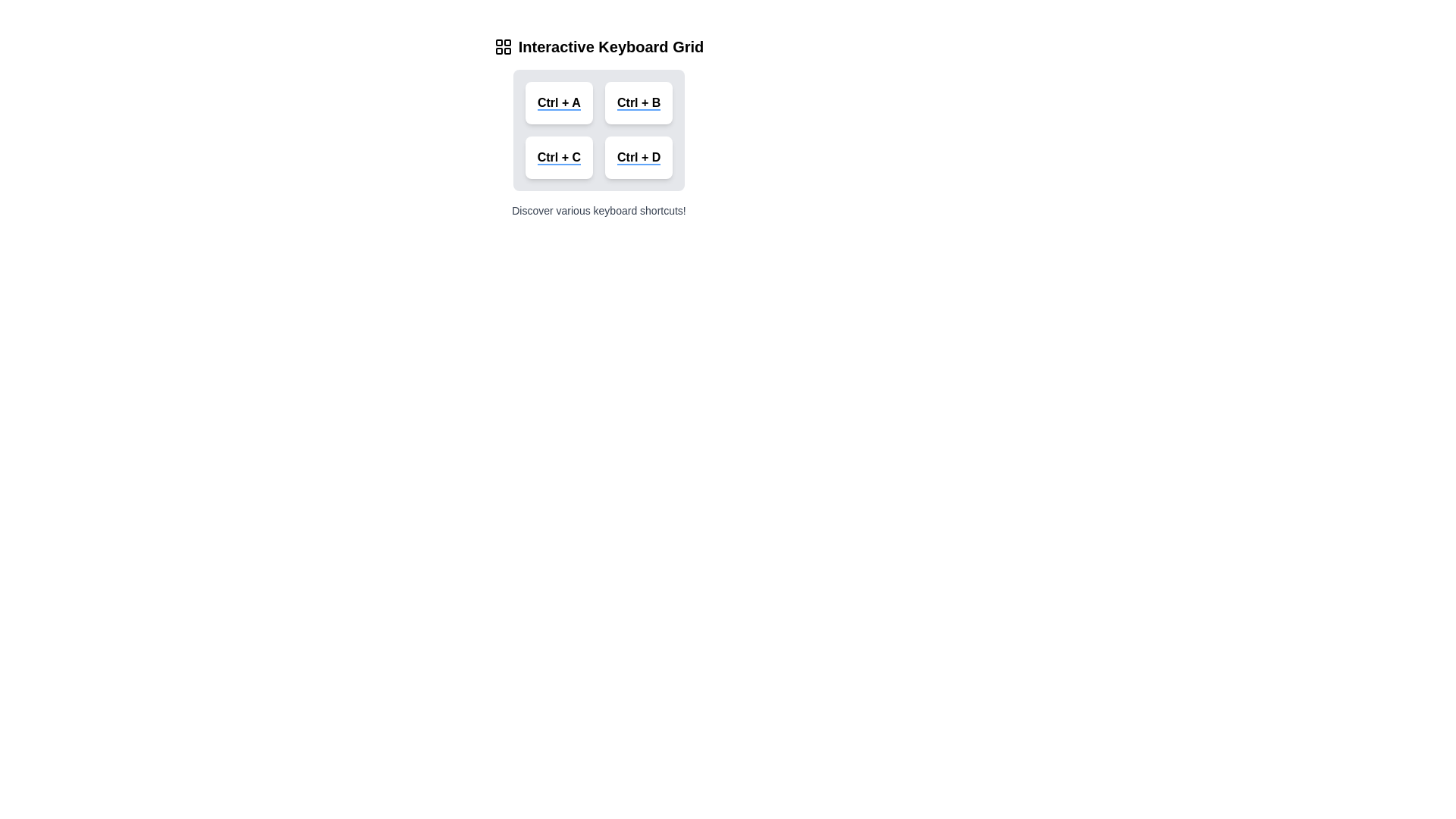  Describe the element at coordinates (598, 45) in the screenshot. I see `the text label indicating the theme or purpose of the content` at that location.